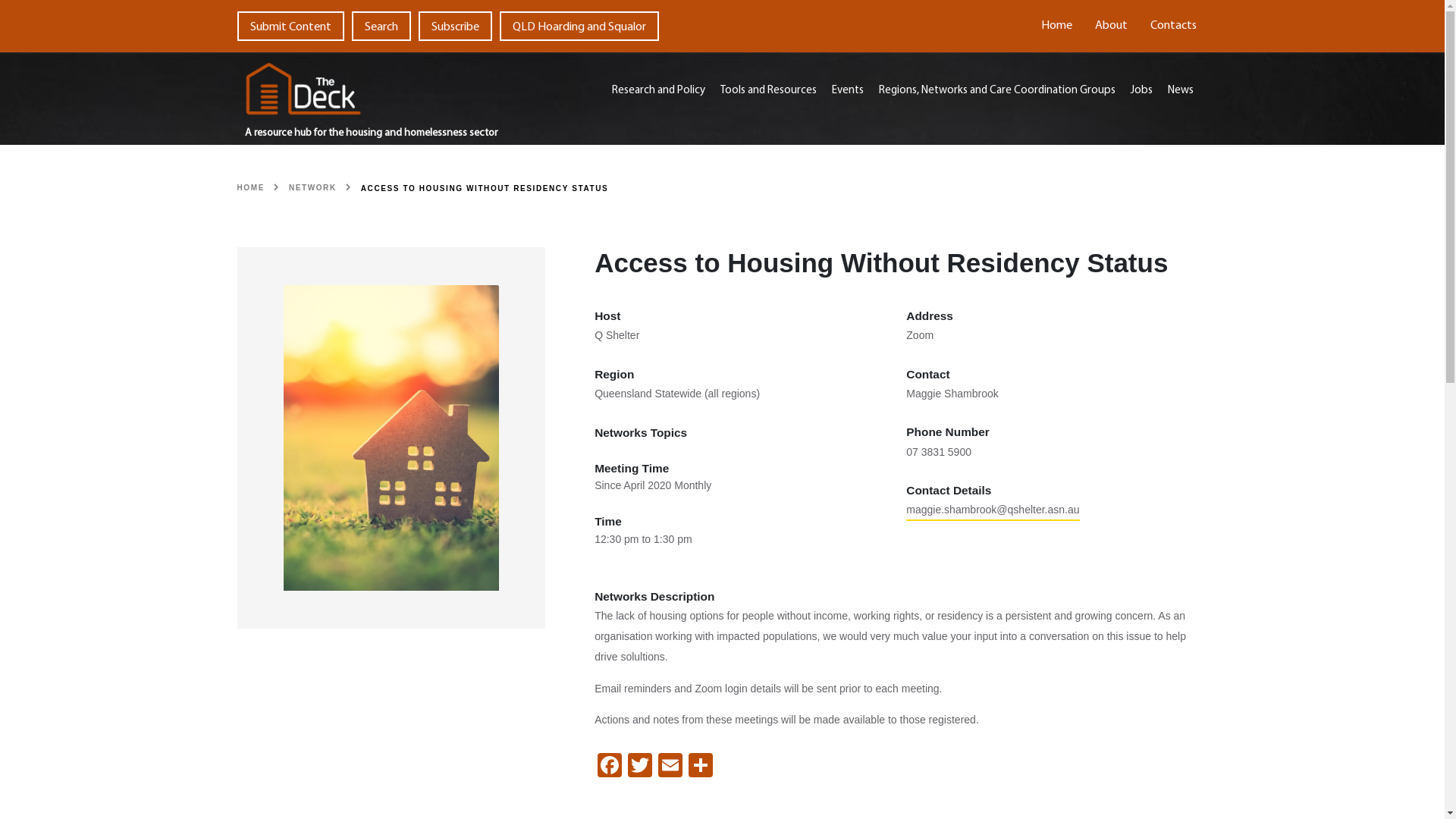 The height and width of the screenshot is (819, 1456). Describe the element at coordinates (454, 26) in the screenshot. I see `'Subscribe'` at that location.